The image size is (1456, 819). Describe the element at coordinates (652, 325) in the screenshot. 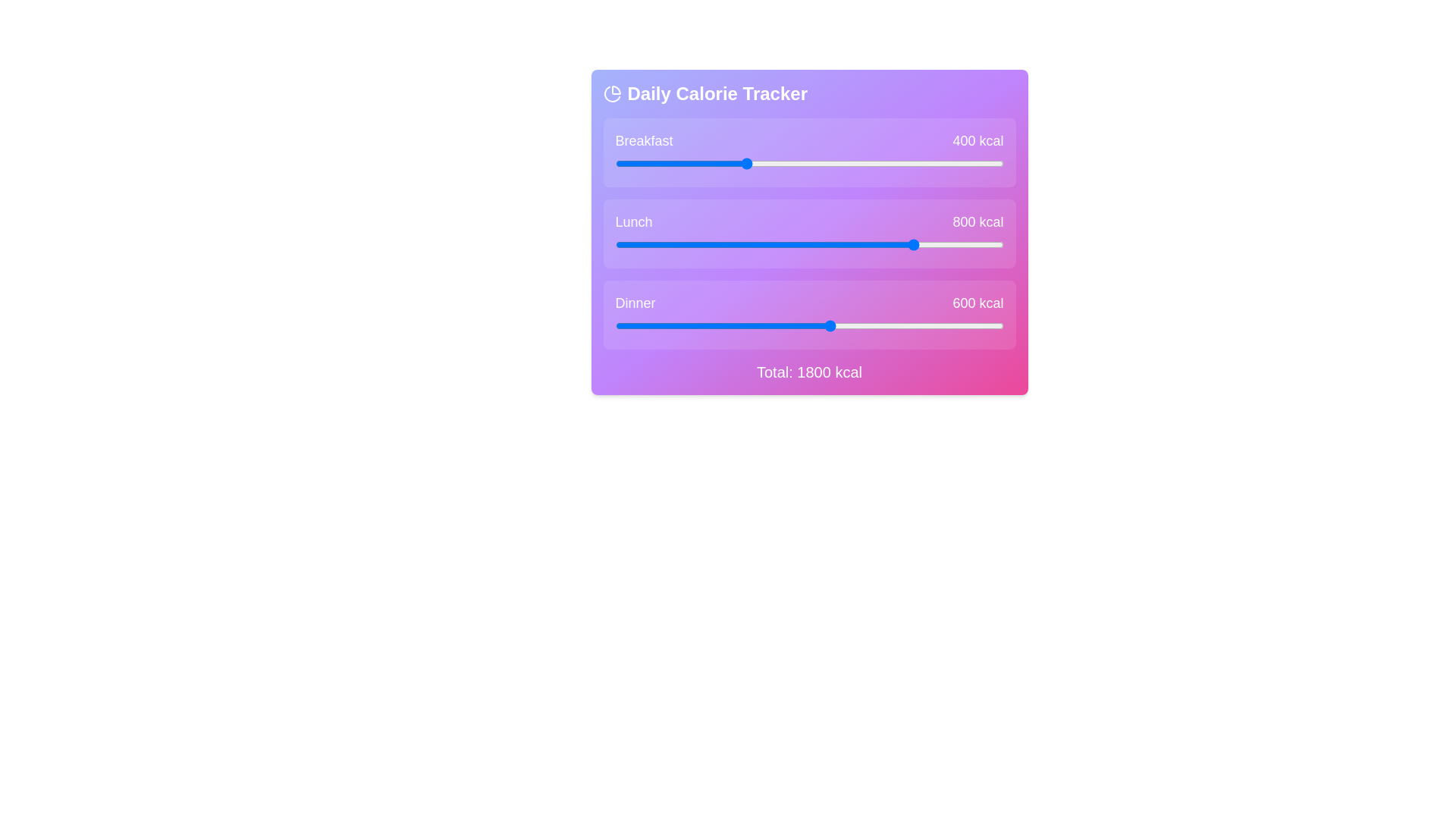

I see `the dinner calorie value` at that location.